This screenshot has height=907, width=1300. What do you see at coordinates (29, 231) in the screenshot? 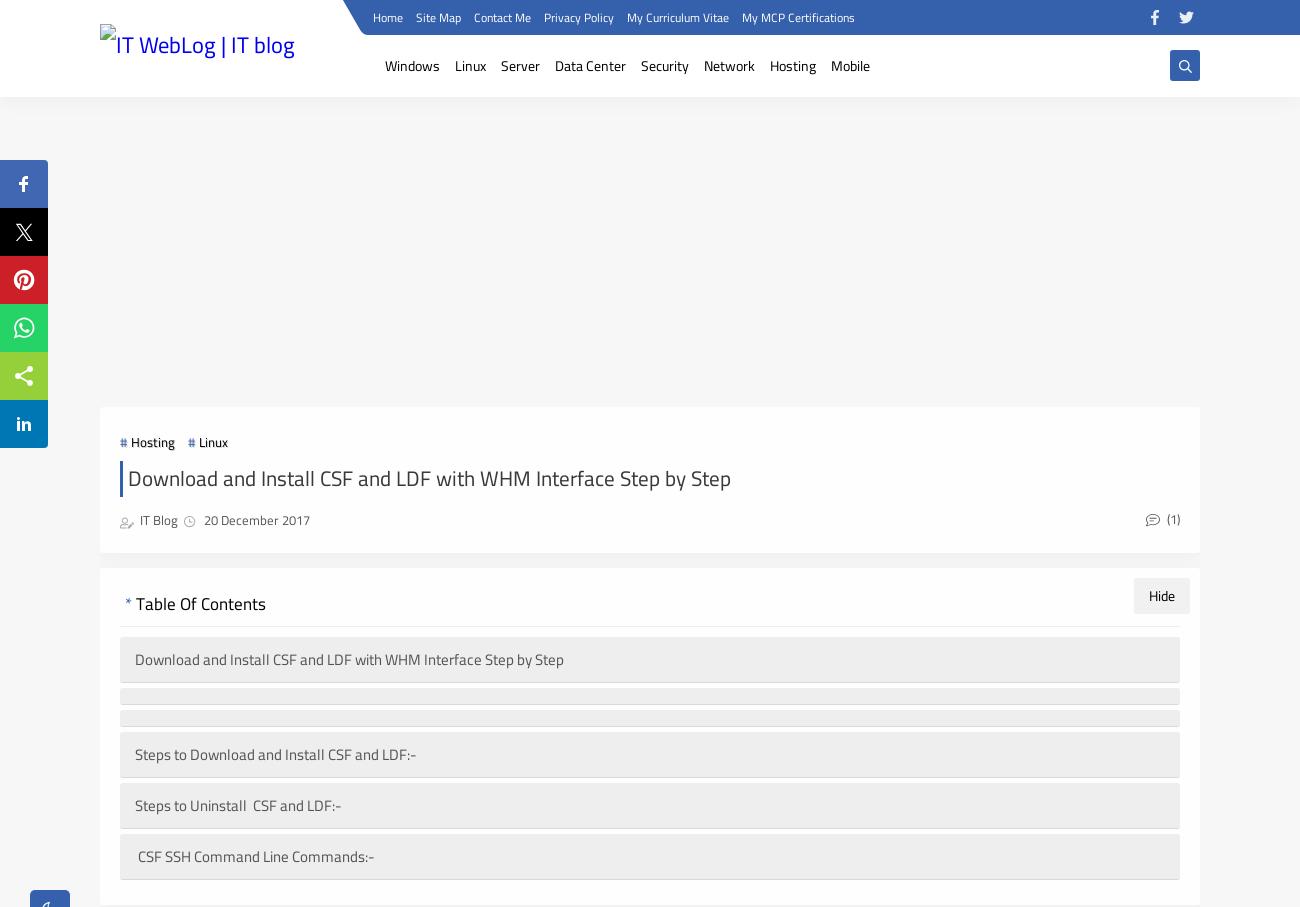
I see `'Tweet'` at bounding box center [29, 231].